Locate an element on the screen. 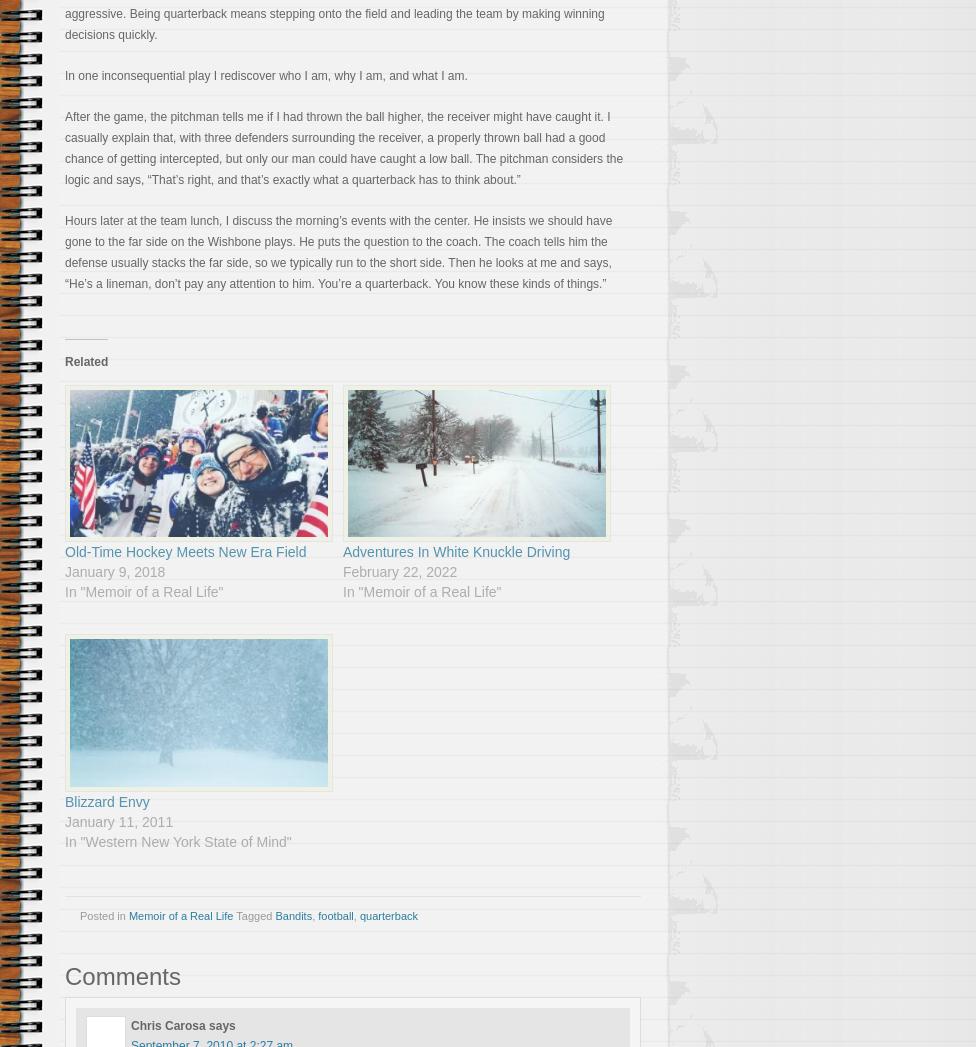 The height and width of the screenshot is (1047, 976). 'Posted in' is located at coordinates (104, 914).